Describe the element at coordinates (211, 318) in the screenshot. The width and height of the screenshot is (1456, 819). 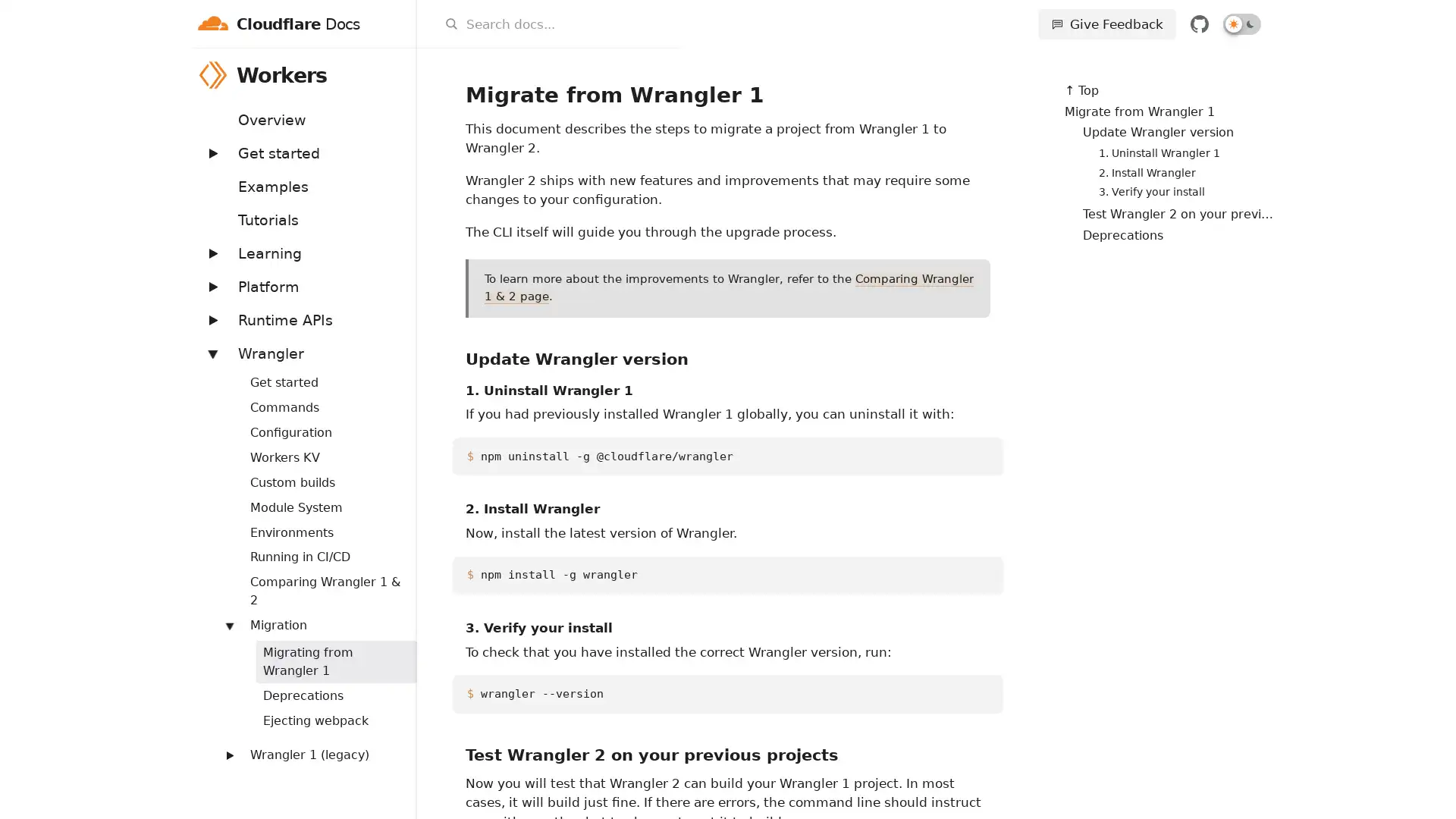
I see `Expand: Runtime APIs` at that location.